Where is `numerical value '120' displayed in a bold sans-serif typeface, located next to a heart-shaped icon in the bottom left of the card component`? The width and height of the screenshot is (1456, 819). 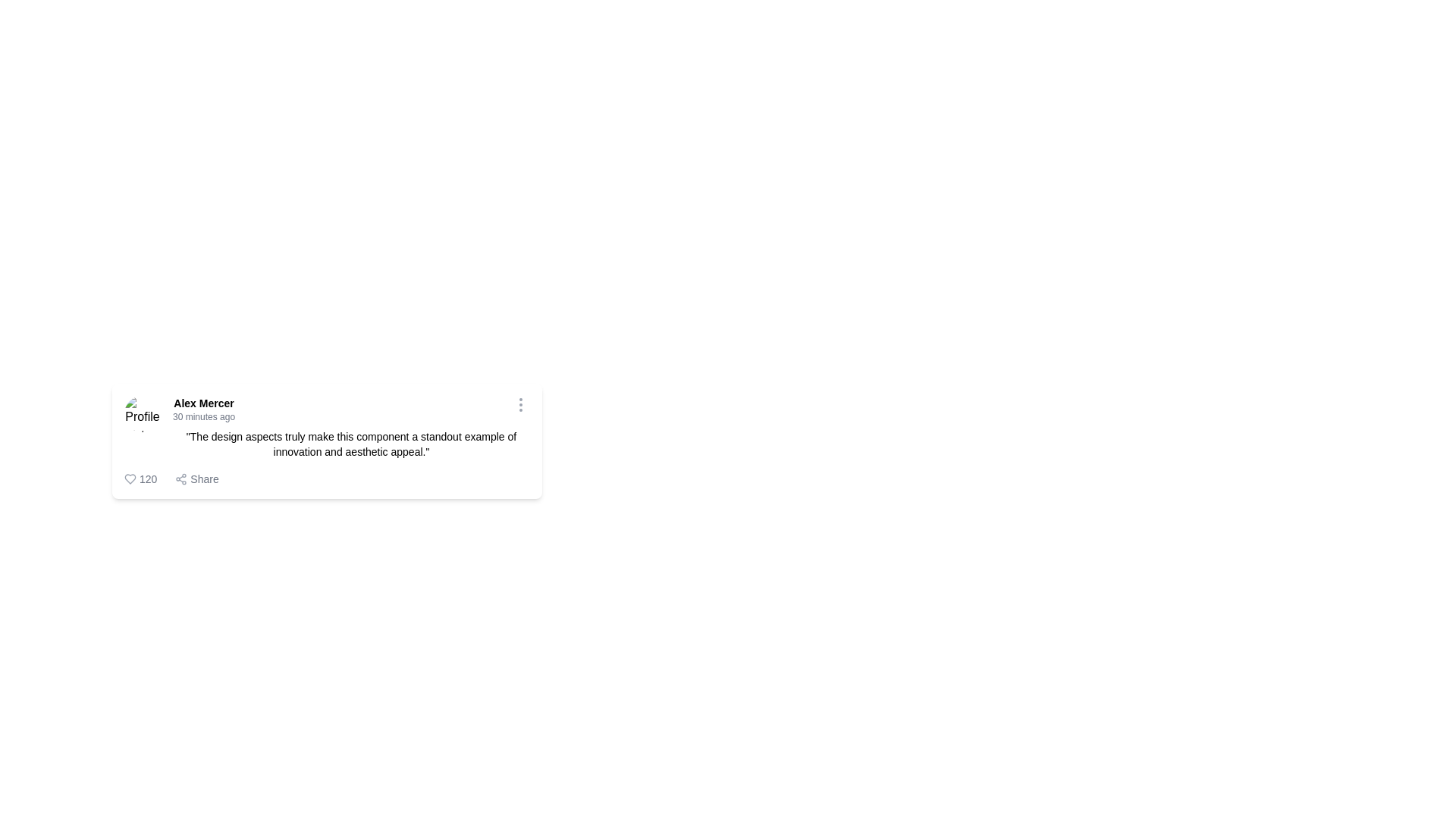 numerical value '120' displayed in a bold sans-serif typeface, located next to a heart-shaped icon in the bottom left of the card component is located at coordinates (148, 479).